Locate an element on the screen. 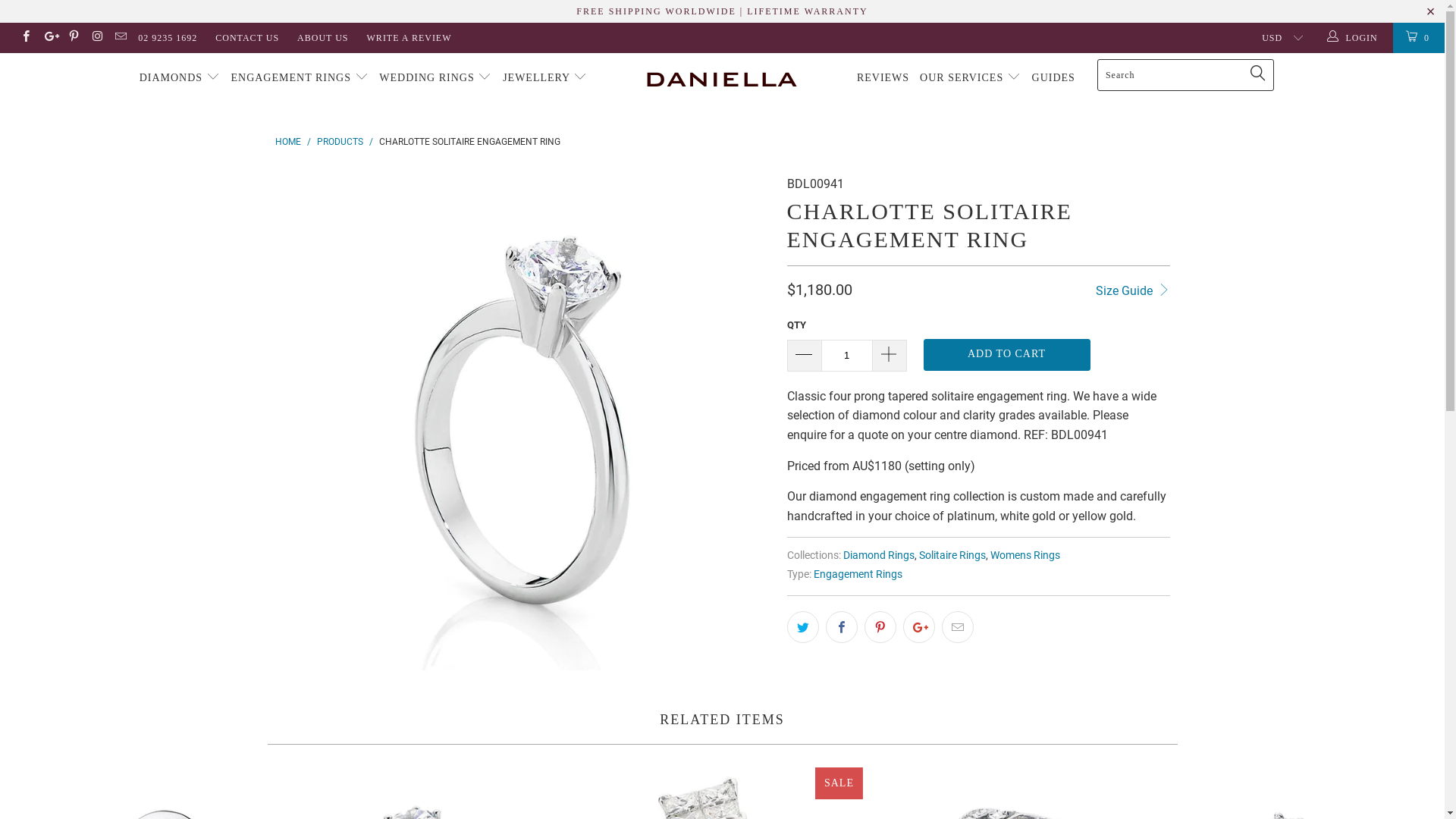  '0' is located at coordinates (1418, 37).